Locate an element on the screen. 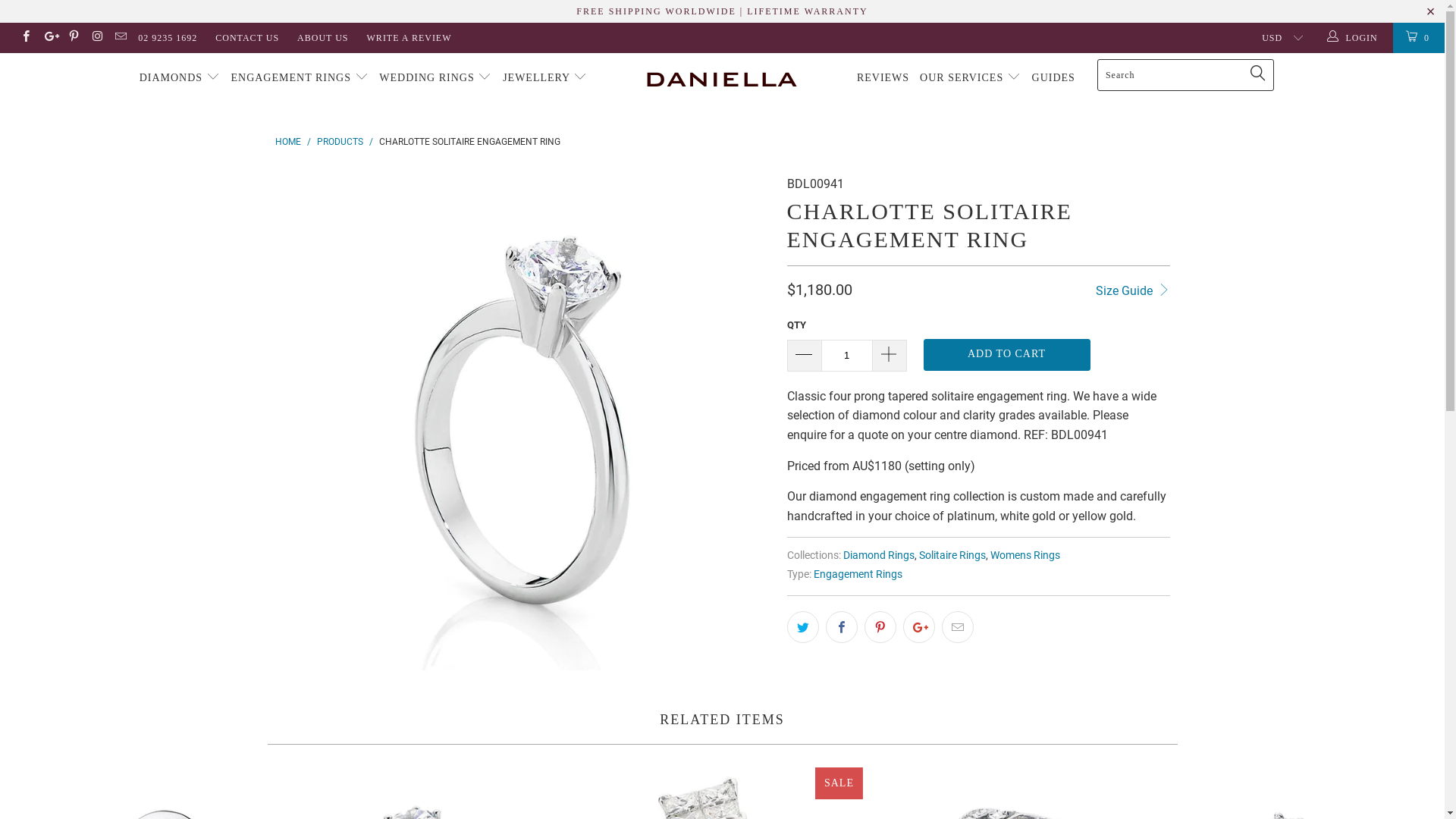  '0' is located at coordinates (1418, 37).